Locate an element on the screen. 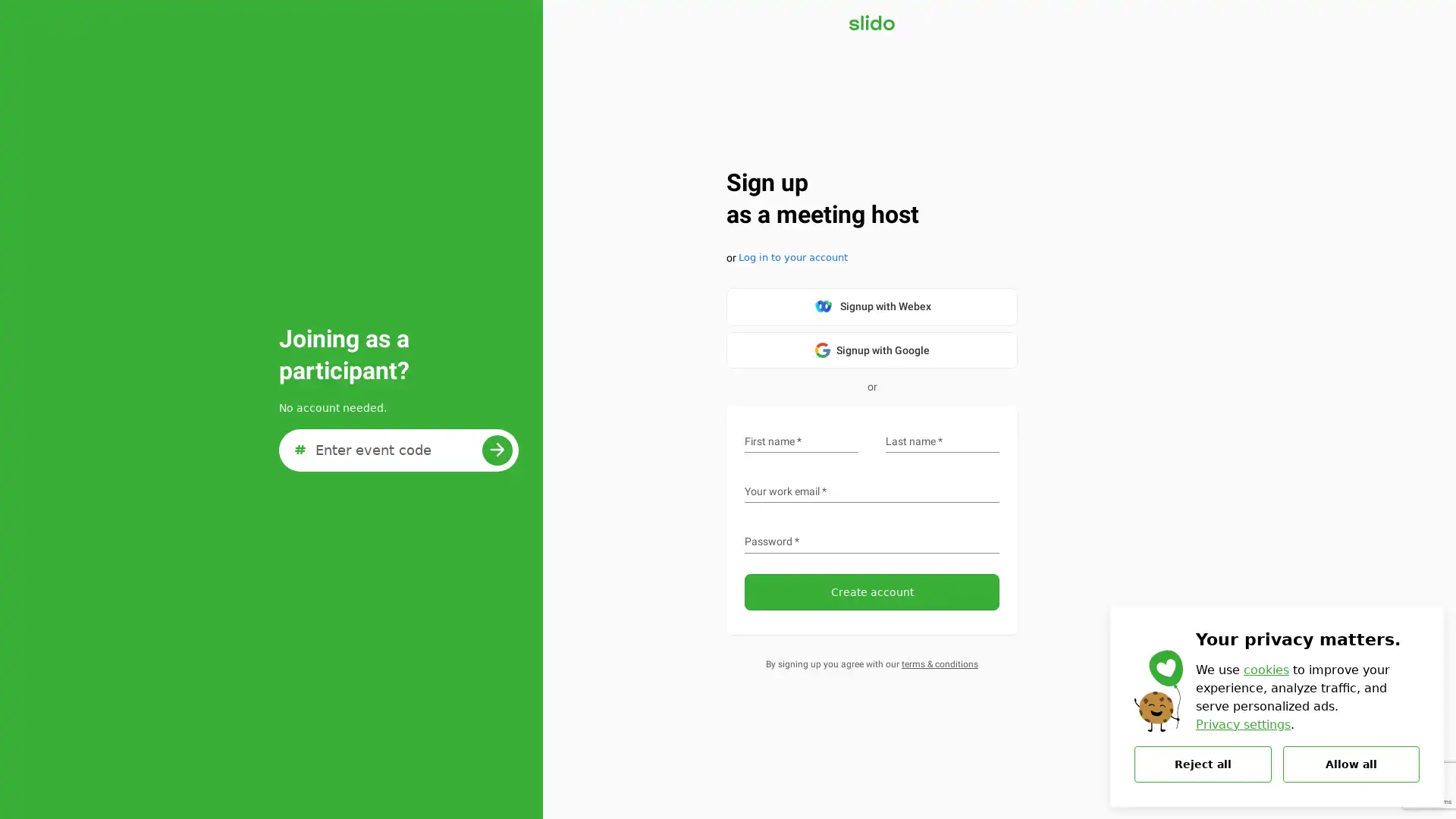 The width and height of the screenshot is (1456, 819). Allow all is located at coordinates (1351, 764).